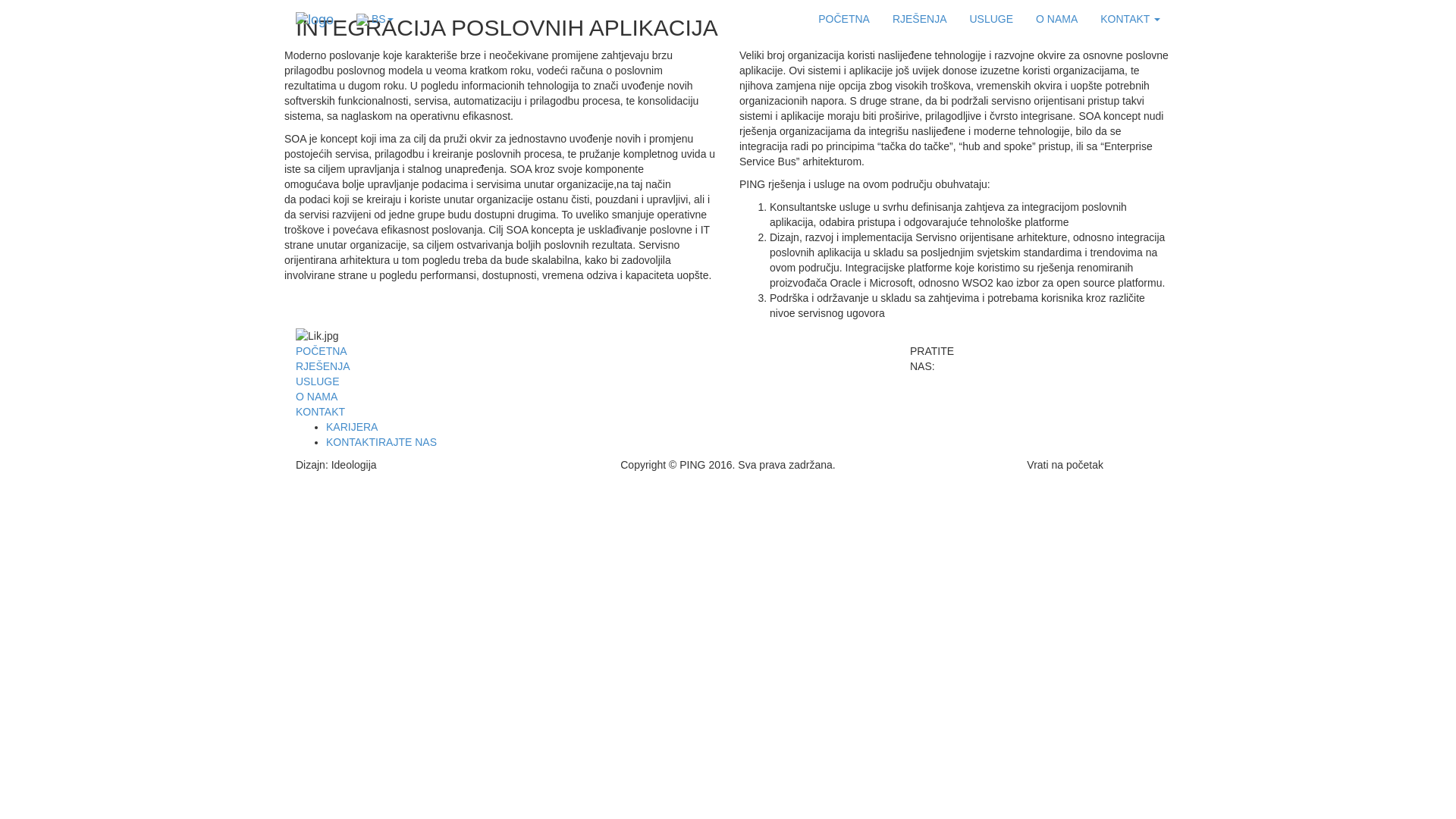 The width and height of the screenshot is (1456, 819). I want to click on 'USLUGE', so click(316, 380).